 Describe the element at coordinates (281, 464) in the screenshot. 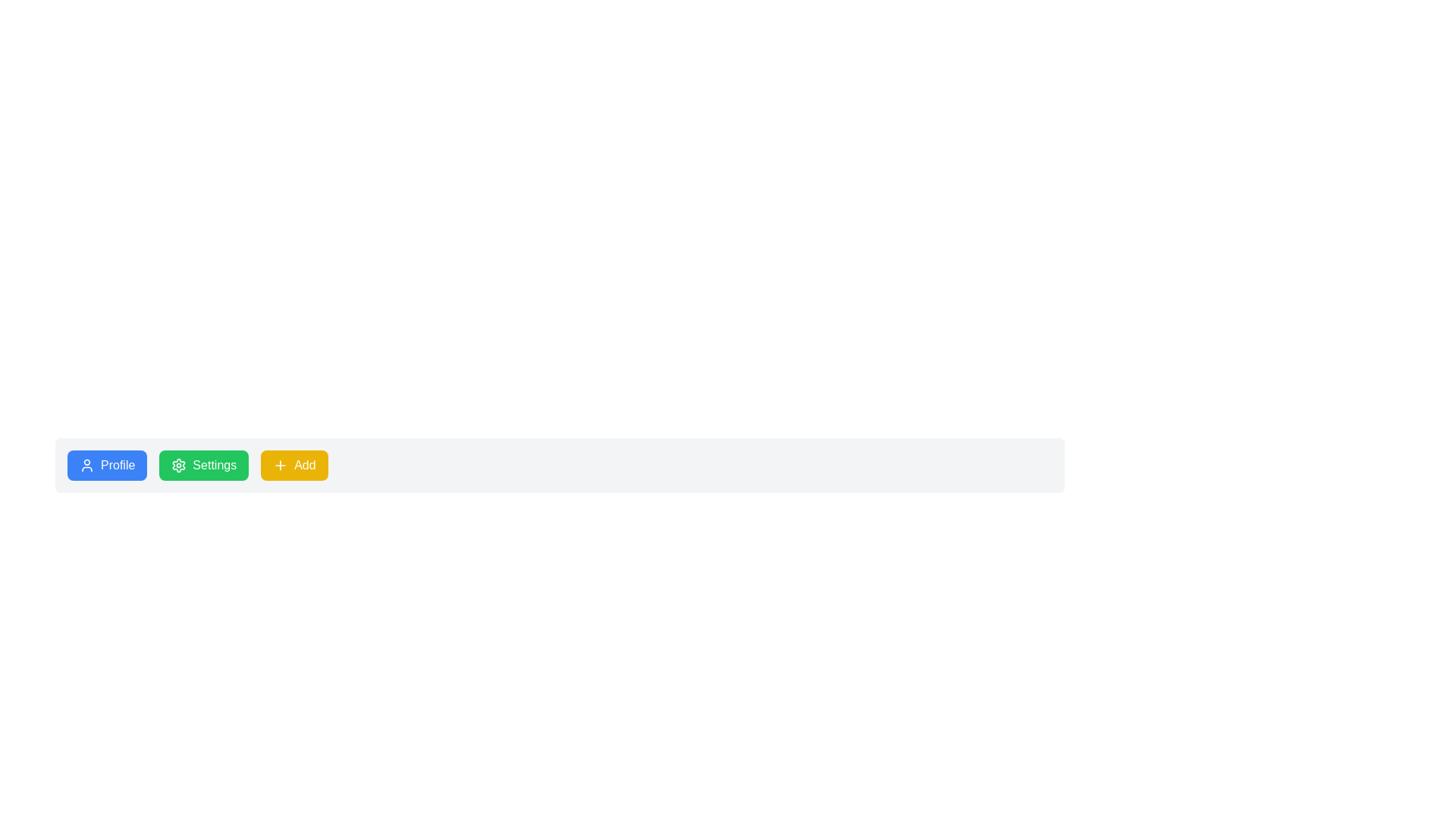

I see `the small plus icon styled with two intersecting lines forming a cross, located within the 'Add' button next to 'Settings' in the navigation bar` at that location.